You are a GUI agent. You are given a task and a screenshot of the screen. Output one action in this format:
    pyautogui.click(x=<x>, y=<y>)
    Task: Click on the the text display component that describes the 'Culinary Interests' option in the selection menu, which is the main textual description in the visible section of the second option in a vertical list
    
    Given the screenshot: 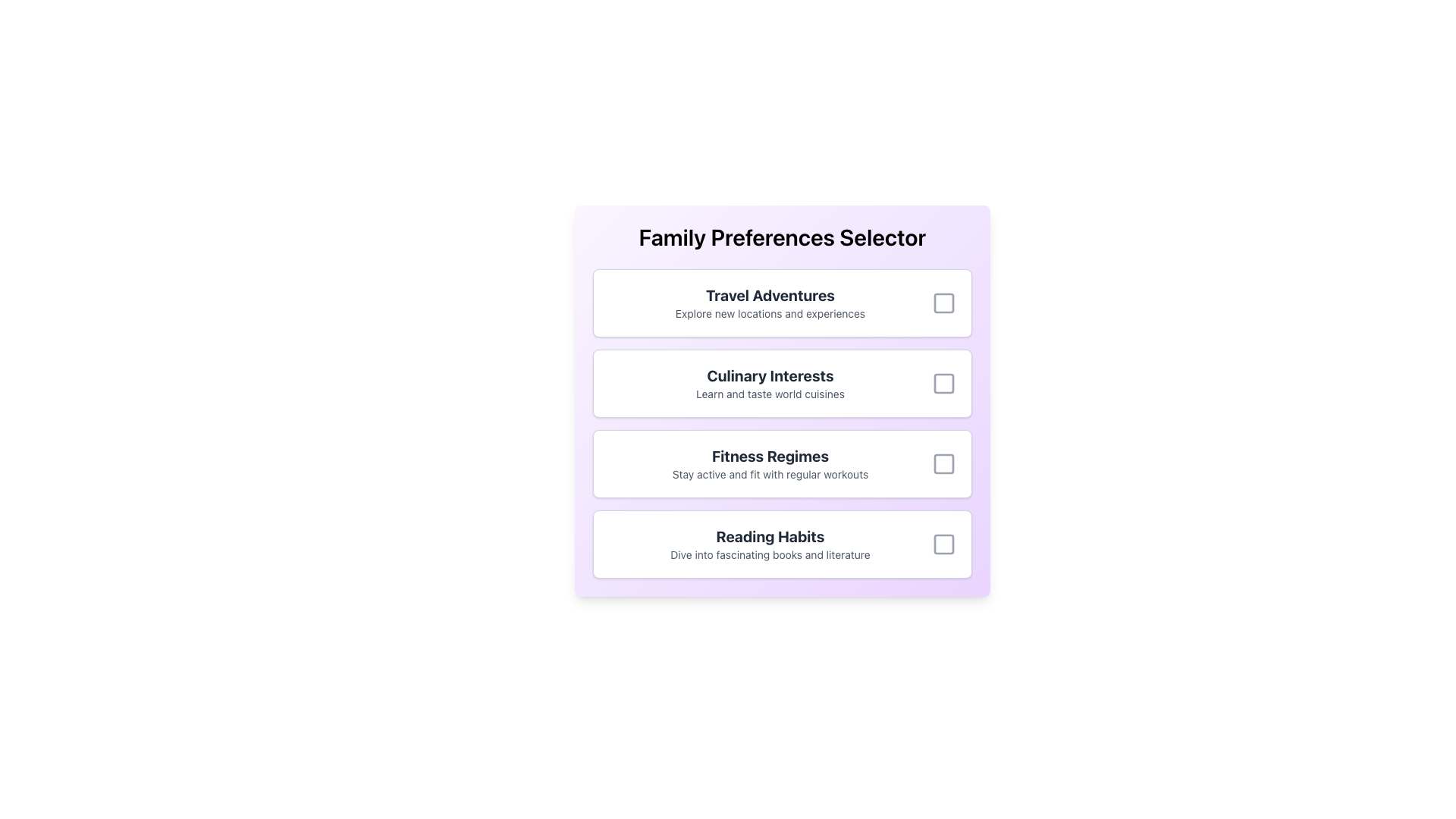 What is the action you would take?
    pyautogui.click(x=770, y=382)
    